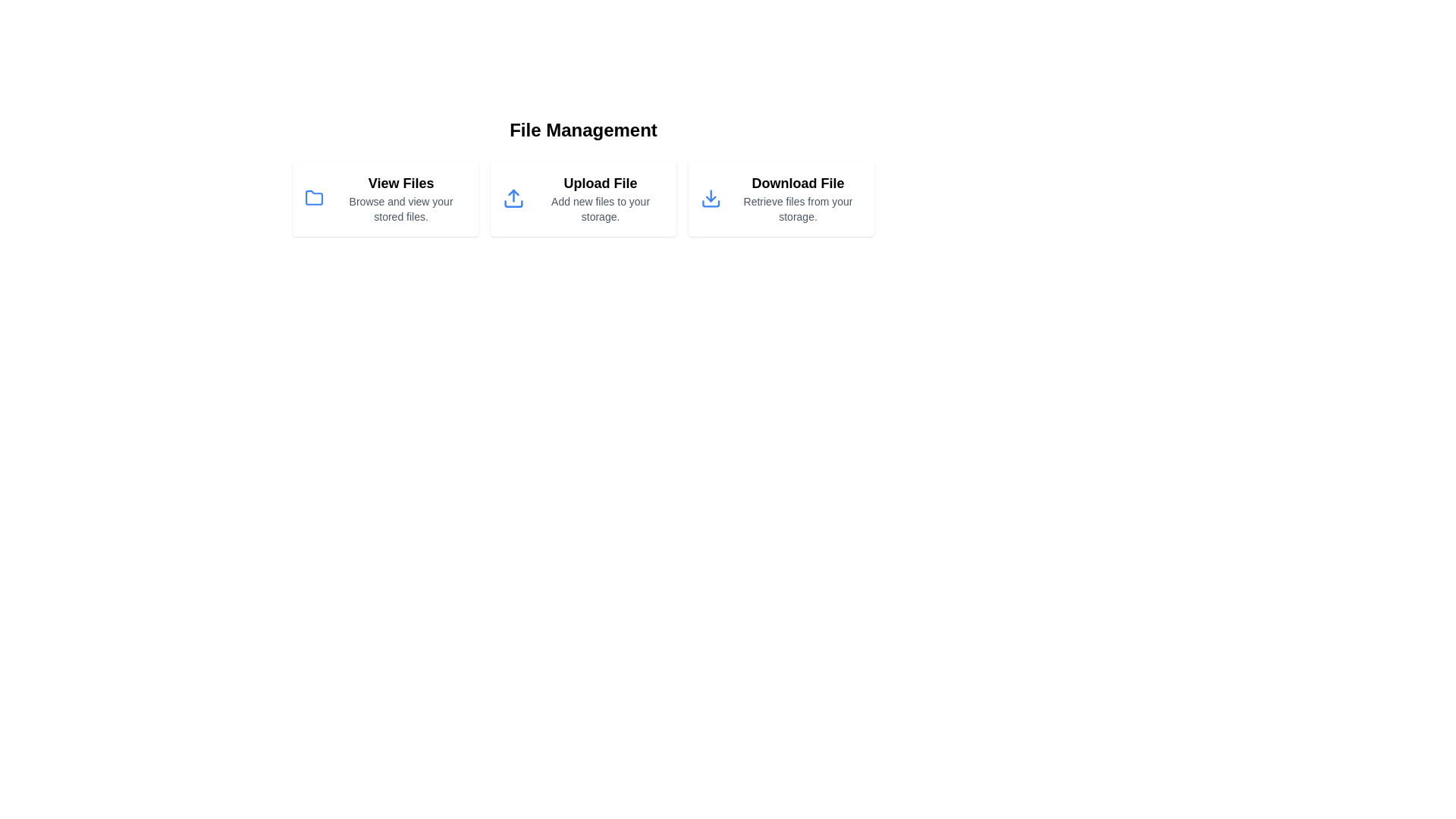  What do you see at coordinates (797, 209) in the screenshot?
I see `the gray text label that says 'Retrieve files from your storage.' positioned below the 'Download File' title in the file management options grid` at bounding box center [797, 209].